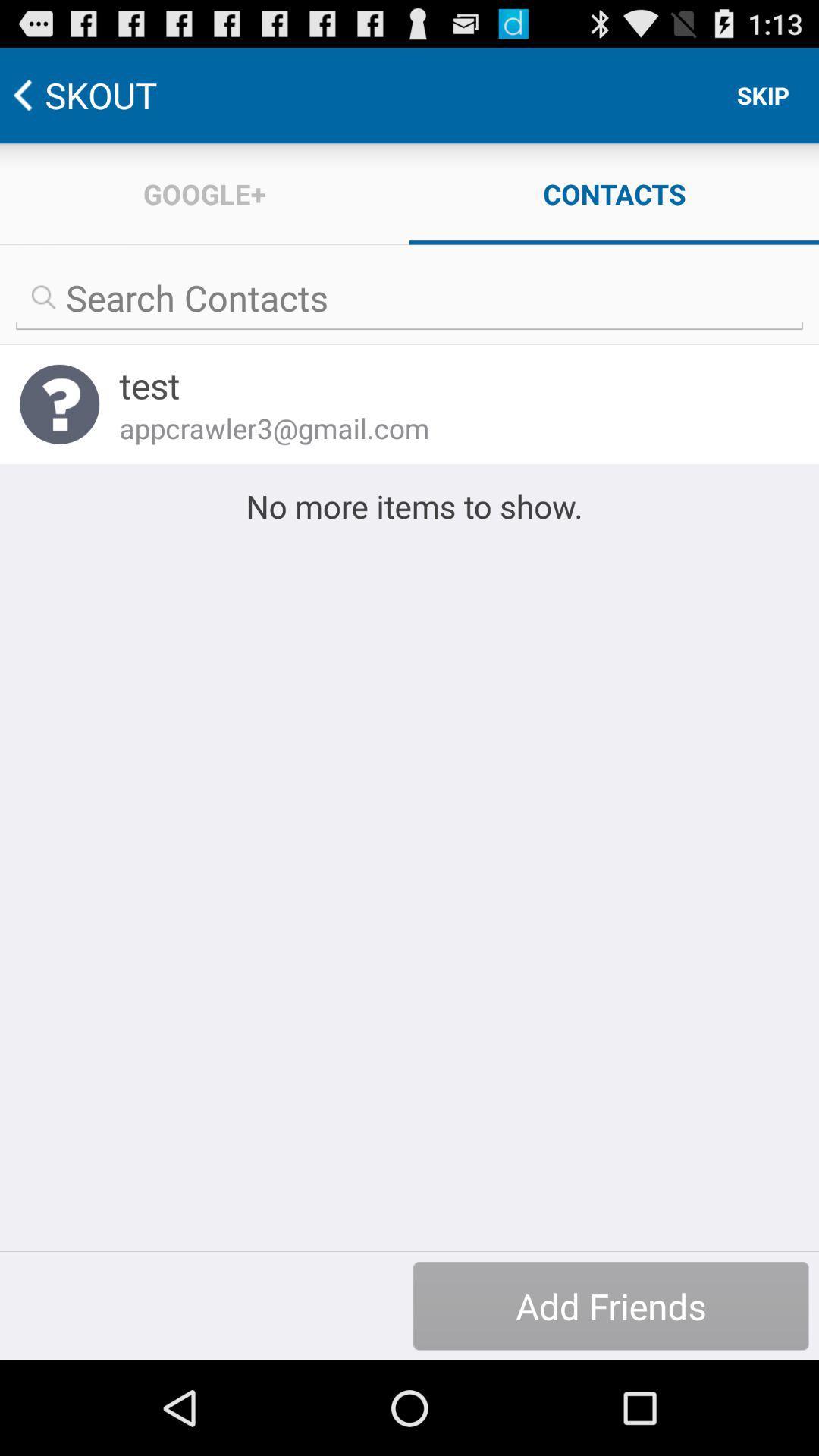 This screenshot has height=1456, width=819. What do you see at coordinates (205, 193) in the screenshot?
I see `google+ item` at bounding box center [205, 193].